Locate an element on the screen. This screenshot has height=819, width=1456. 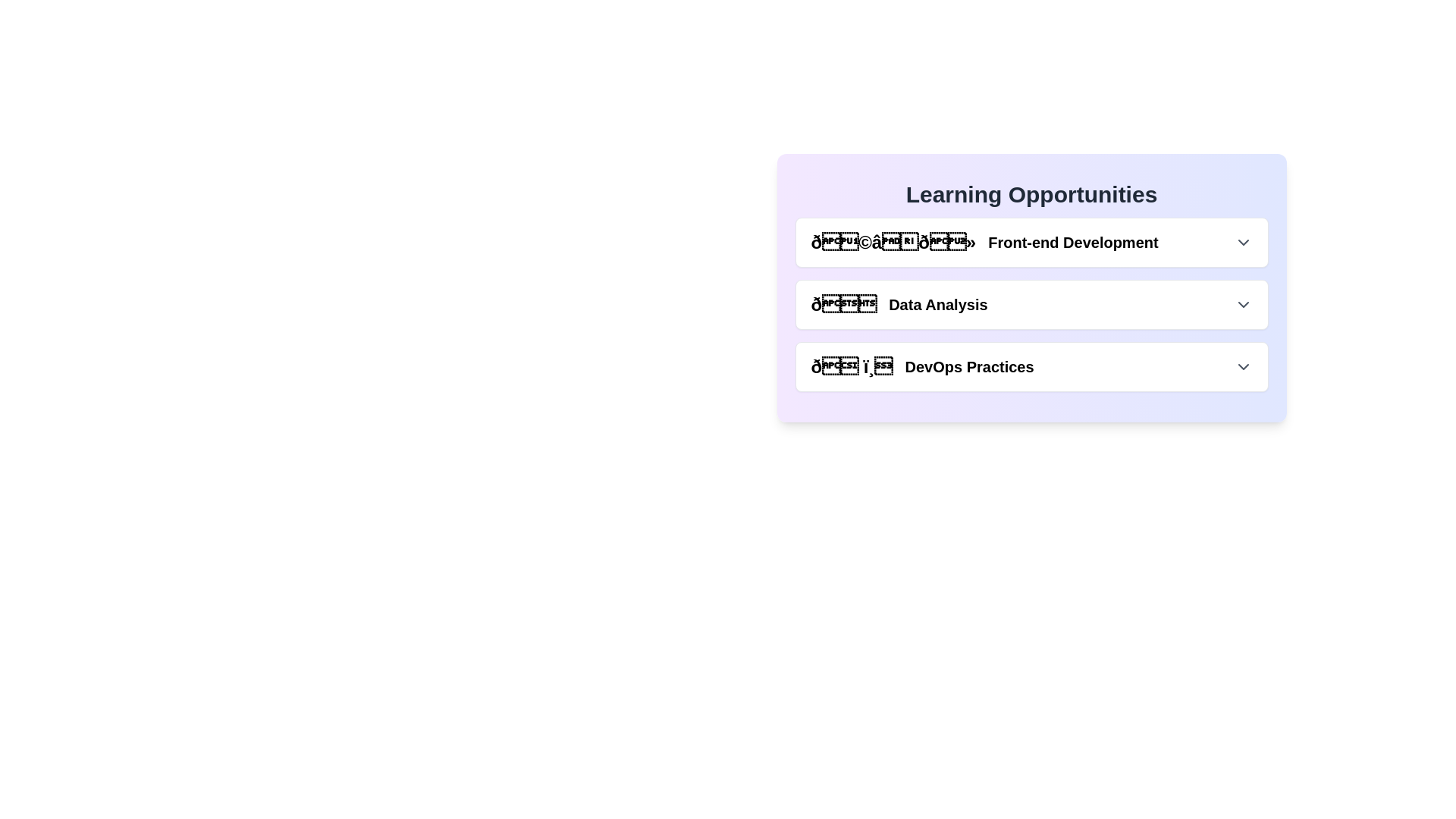
the expandable list item labeled 'Data Analysis' that appears between 'Front-end Development' and 'DevOps Practices' within the 'Learning Opportunities' box is located at coordinates (1031, 304).